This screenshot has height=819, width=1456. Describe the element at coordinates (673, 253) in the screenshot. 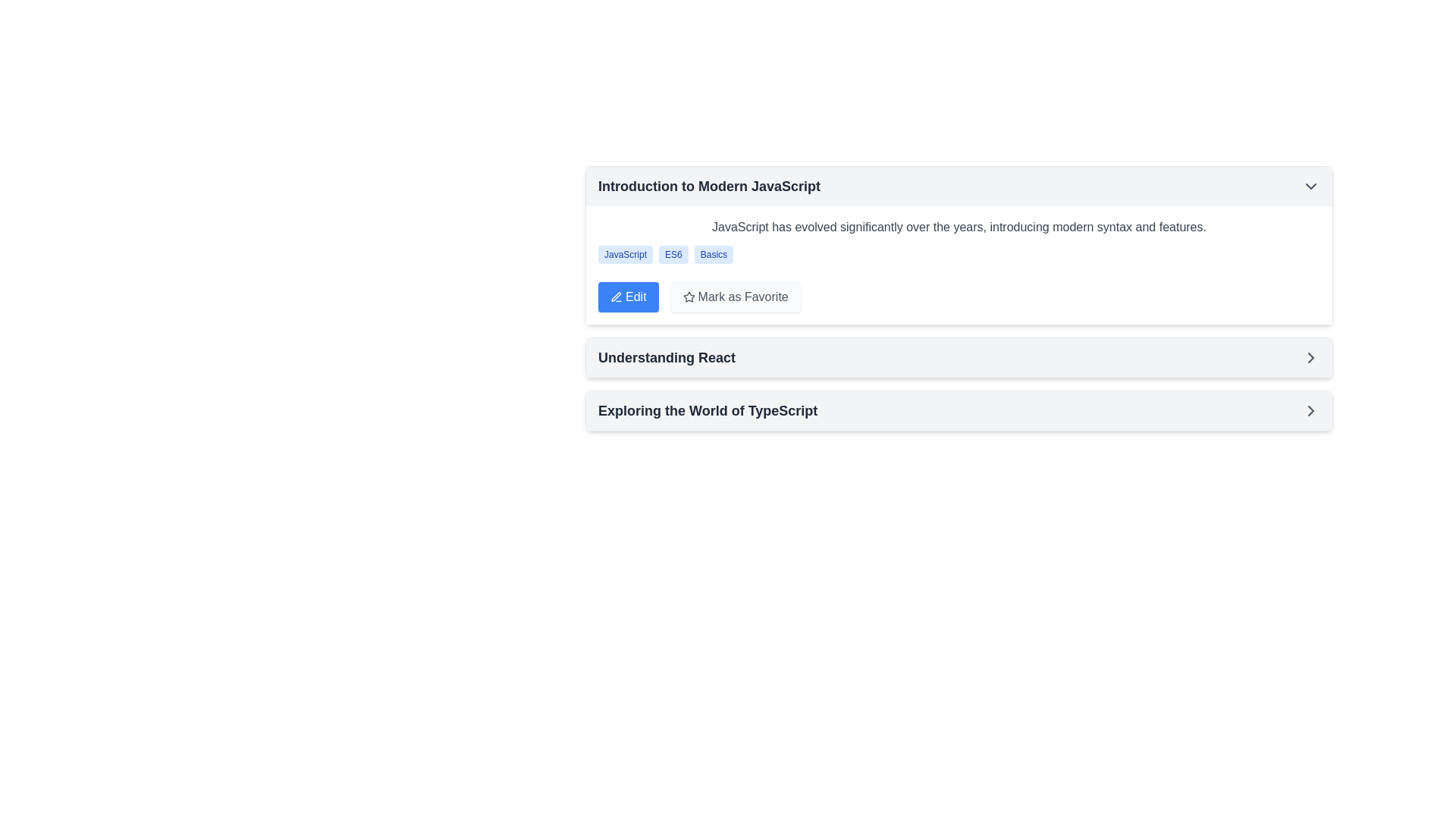

I see `the second badge labeled 'ES6' in the horizontal sequence of badges under the heading 'Introduction to Modern JavaScript'` at that location.